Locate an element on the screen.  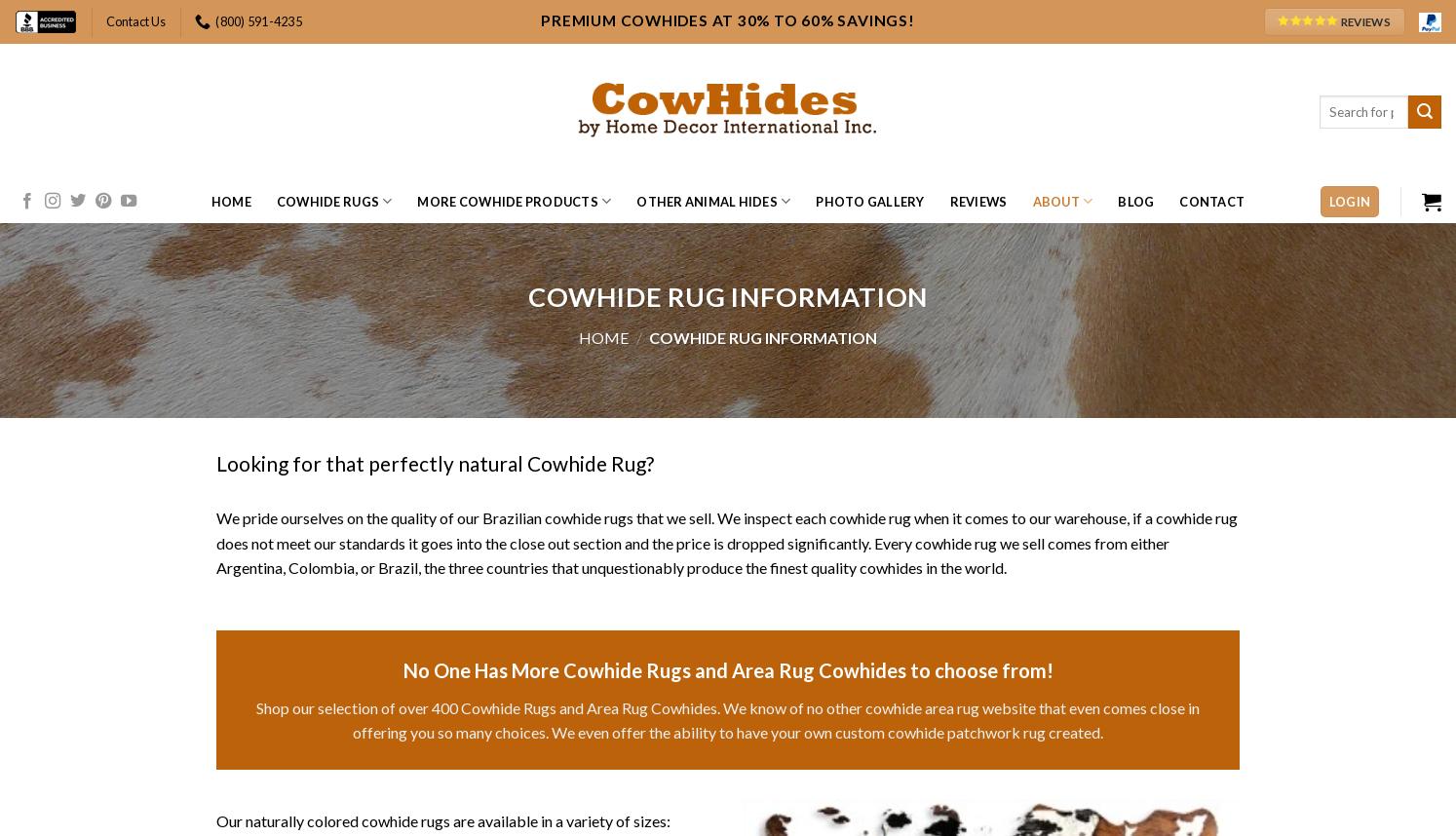
'Cowhide Rugs' is located at coordinates (326, 202).